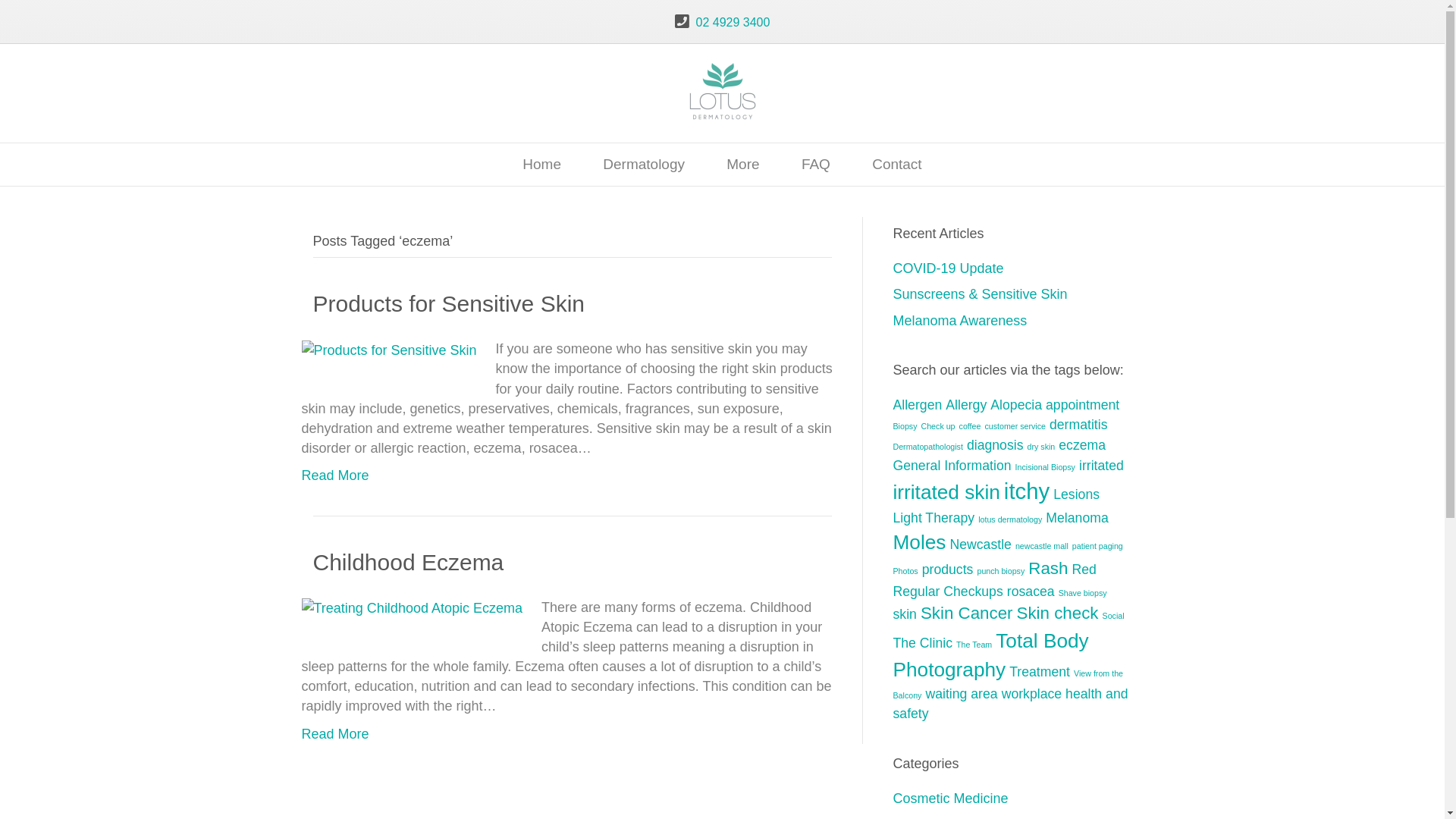 The image size is (1456, 819). What do you see at coordinates (893, 570) in the screenshot?
I see `'Photos'` at bounding box center [893, 570].